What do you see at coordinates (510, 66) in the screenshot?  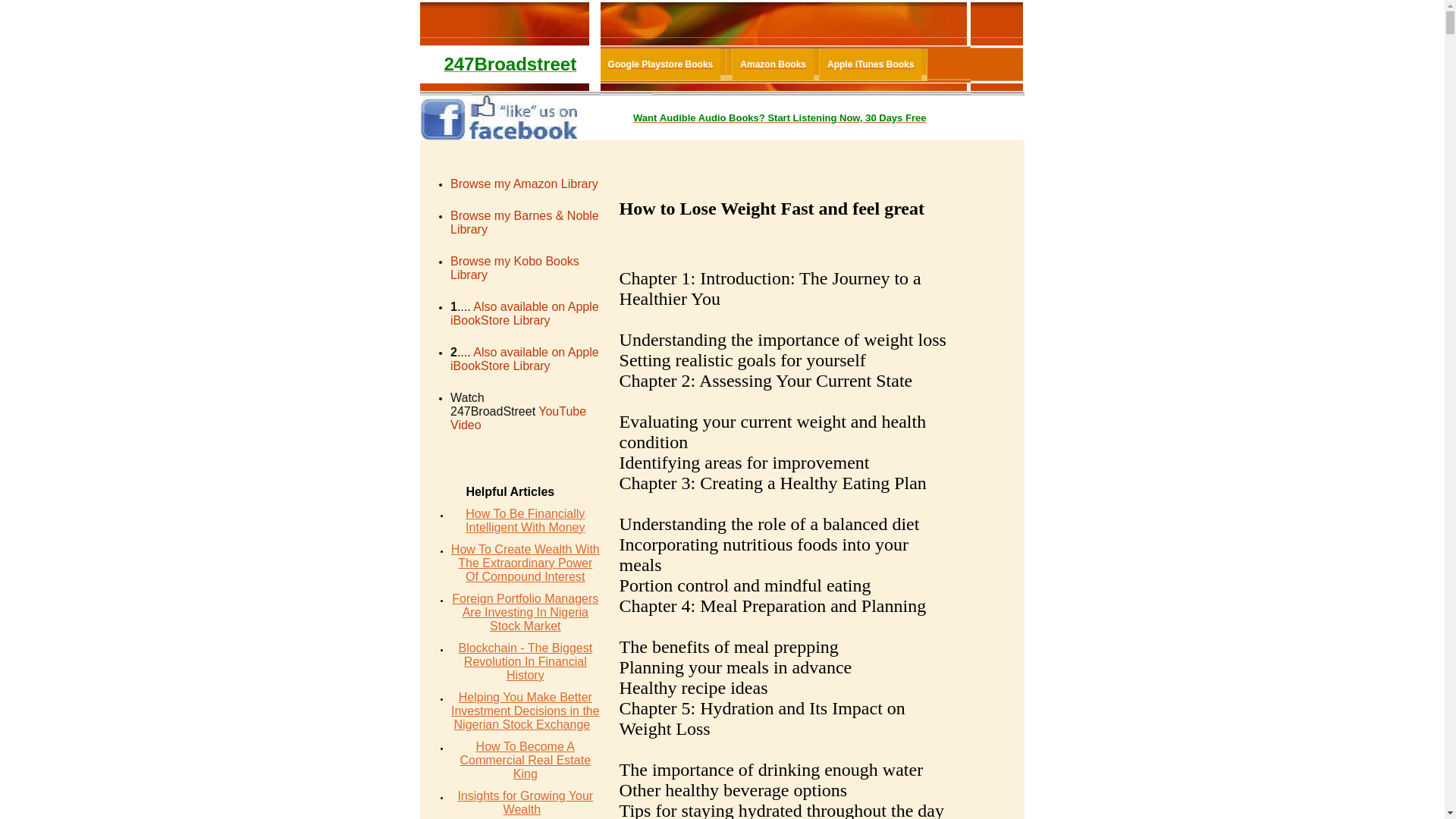 I see `'247Broadstreet'` at bounding box center [510, 66].